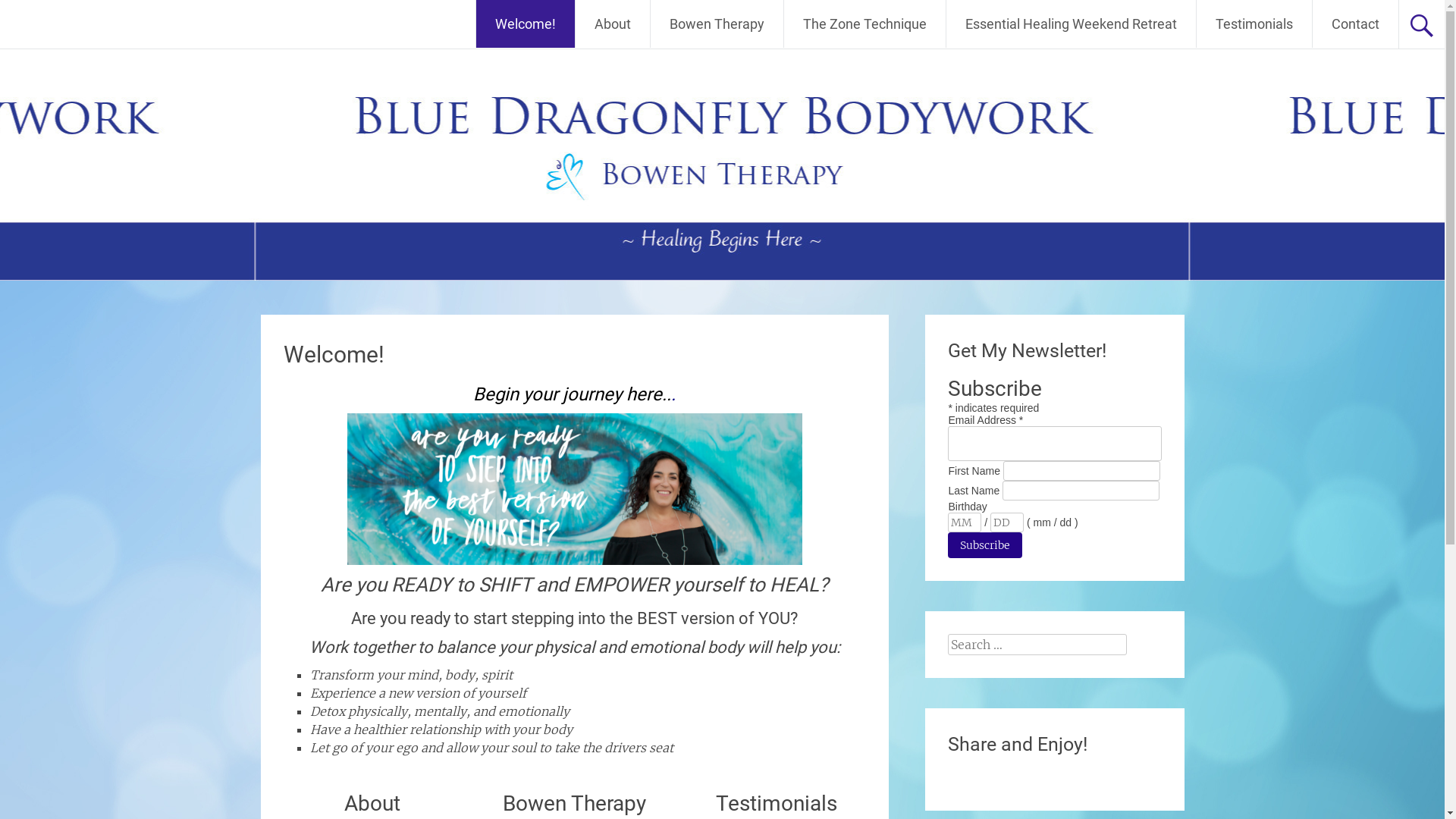  Describe the element at coordinates (1355, 24) in the screenshot. I see `'Contact'` at that location.